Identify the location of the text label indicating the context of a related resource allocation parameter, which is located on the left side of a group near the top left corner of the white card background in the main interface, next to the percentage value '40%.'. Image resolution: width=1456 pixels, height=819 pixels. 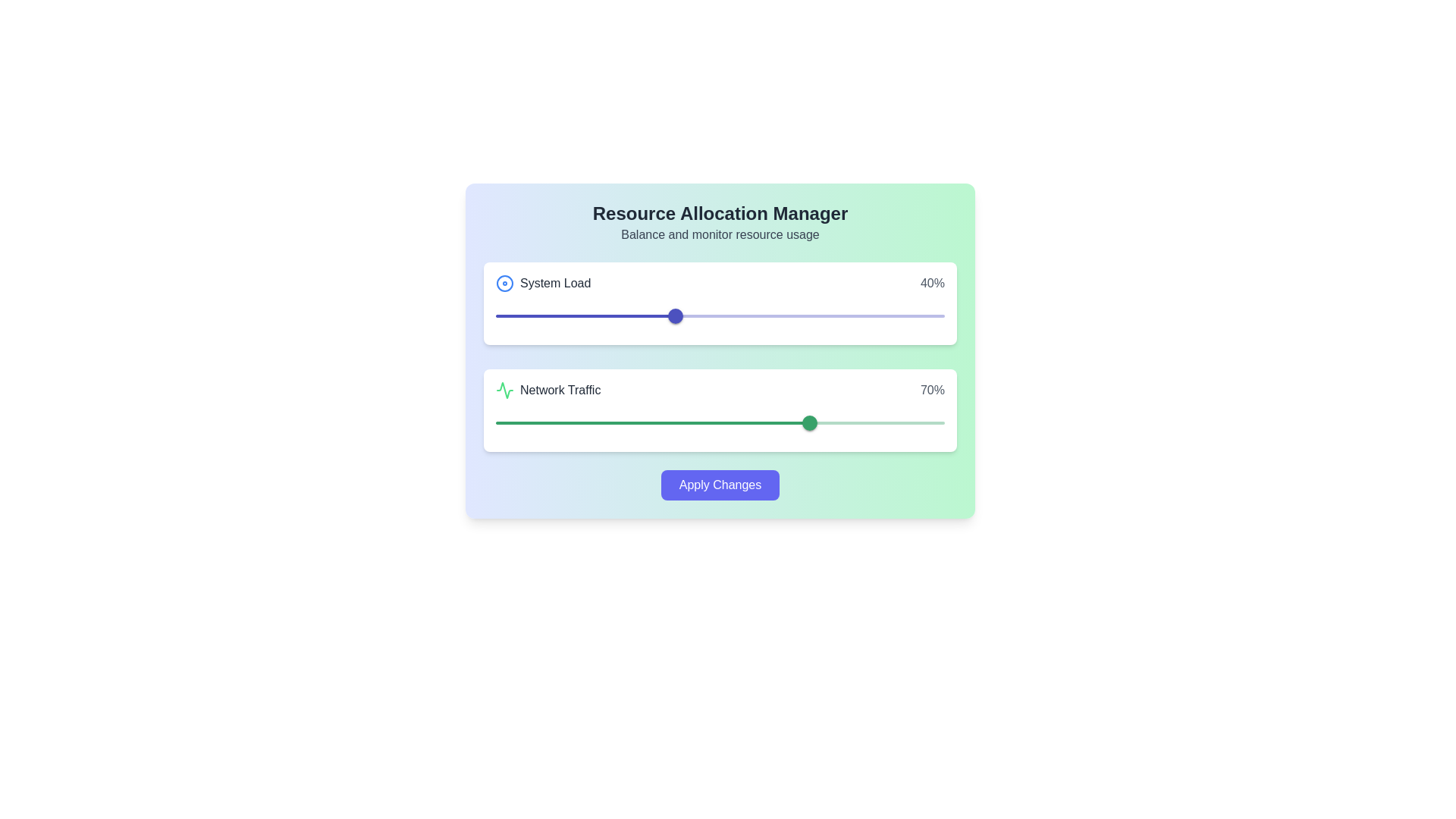
(543, 284).